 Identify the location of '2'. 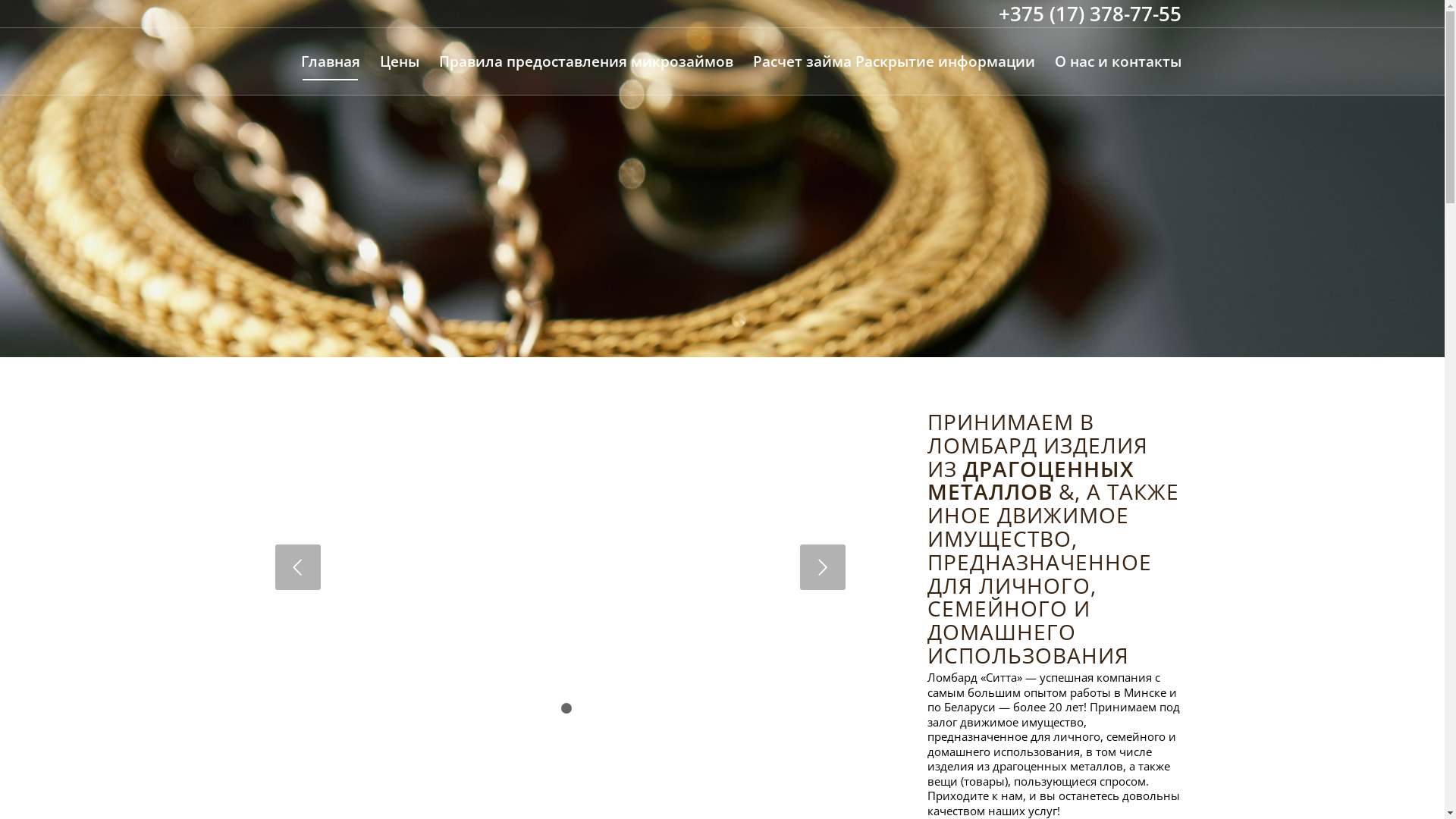
(560, 708).